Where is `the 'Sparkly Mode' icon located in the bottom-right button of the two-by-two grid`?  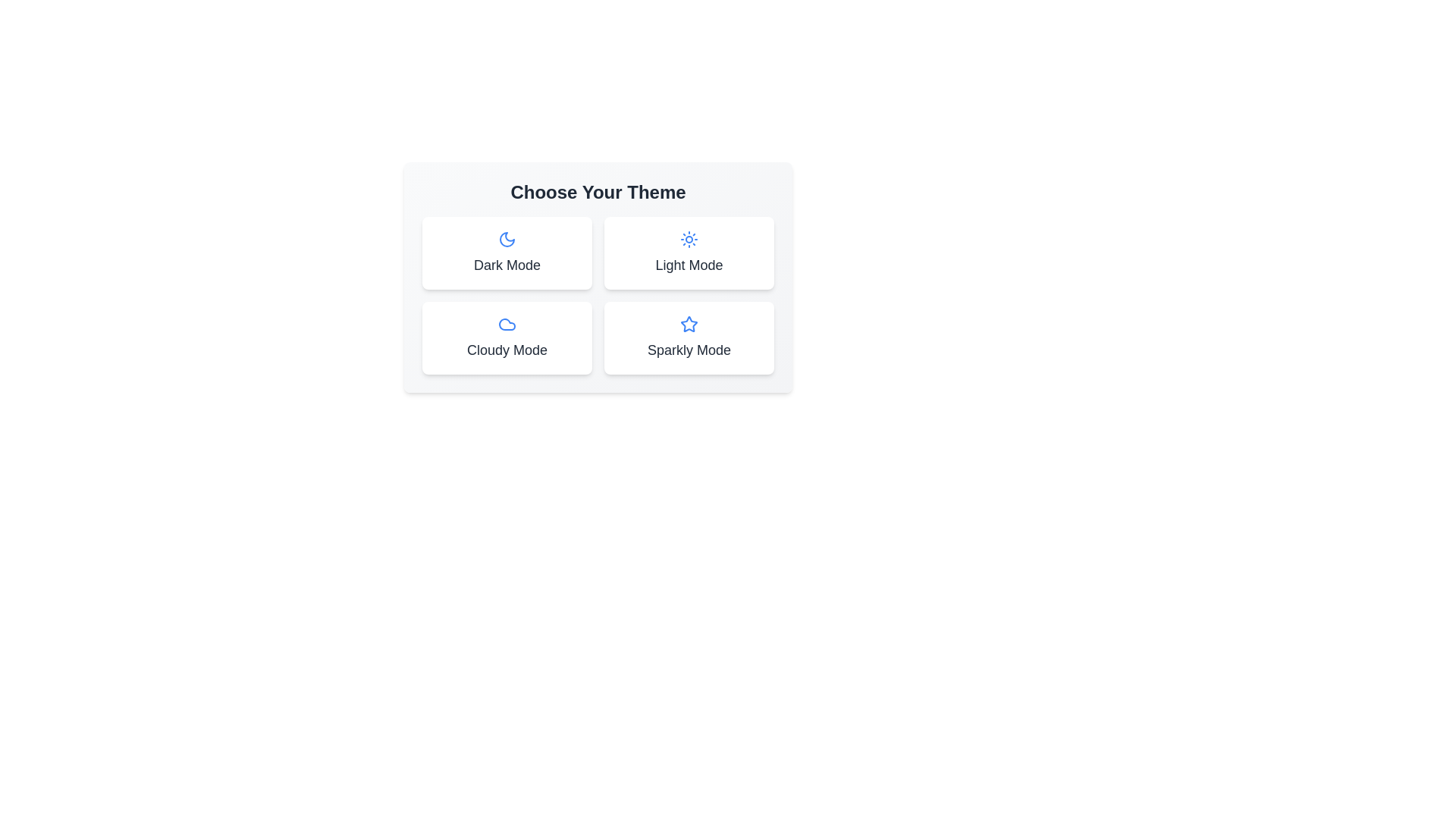 the 'Sparkly Mode' icon located in the bottom-right button of the two-by-two grid is located at coordinates (688, 323).